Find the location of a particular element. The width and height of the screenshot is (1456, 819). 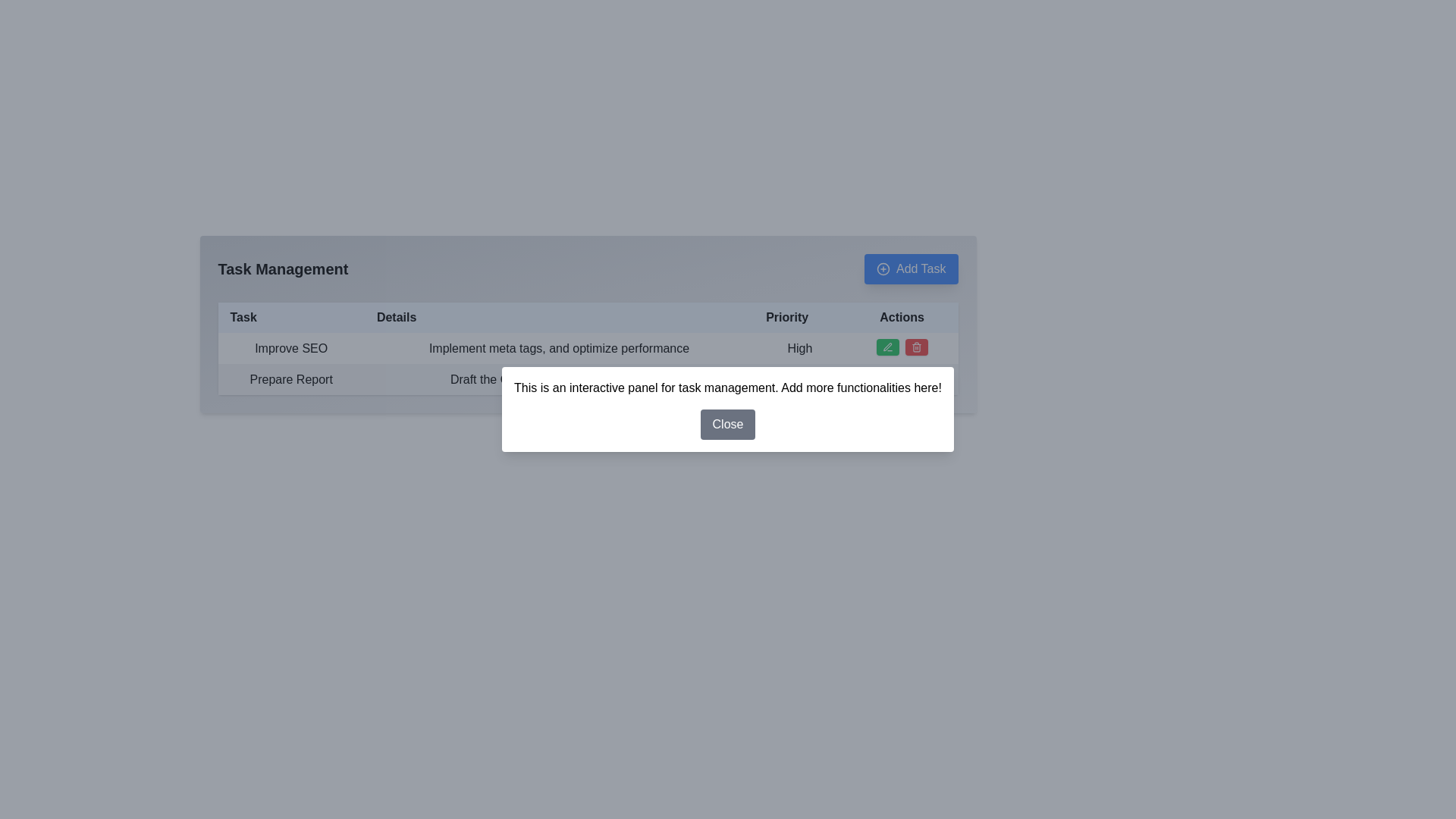

the edit button with a green background and pen icon located in the 'Actions' column for the task titled 'Improve SEO' is located at coordinates (887, 347).